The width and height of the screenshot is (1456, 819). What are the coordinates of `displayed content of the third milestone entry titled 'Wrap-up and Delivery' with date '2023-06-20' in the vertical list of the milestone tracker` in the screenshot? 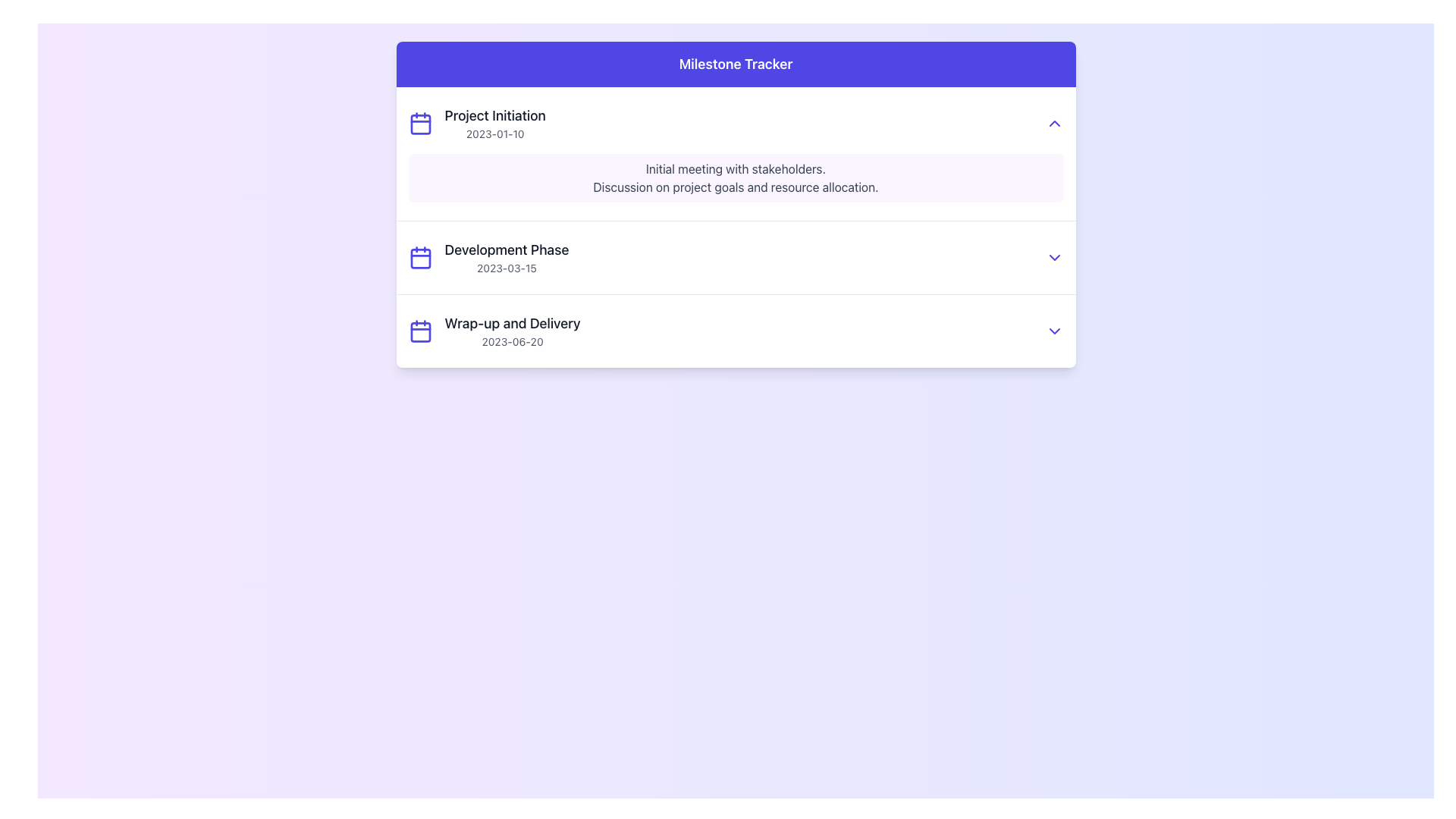 It's located at (736, 330).